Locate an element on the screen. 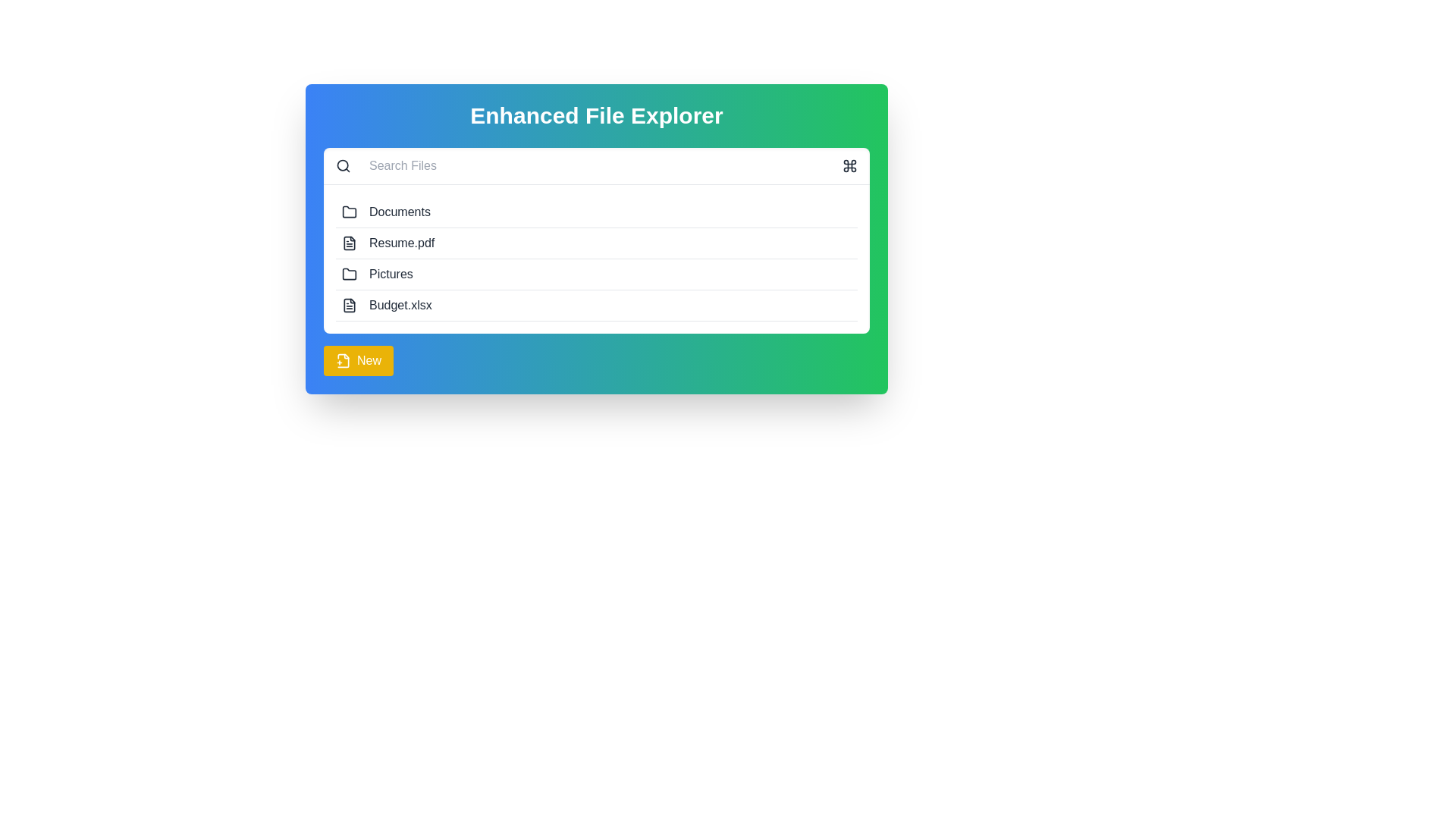 This screenshot has height=819, width=1456. the SVG-based folder icon located in the top-left corner of the first row in the file explorer interface, positioned to the left of the 'Documents' text is located at coordinates (348, 211).